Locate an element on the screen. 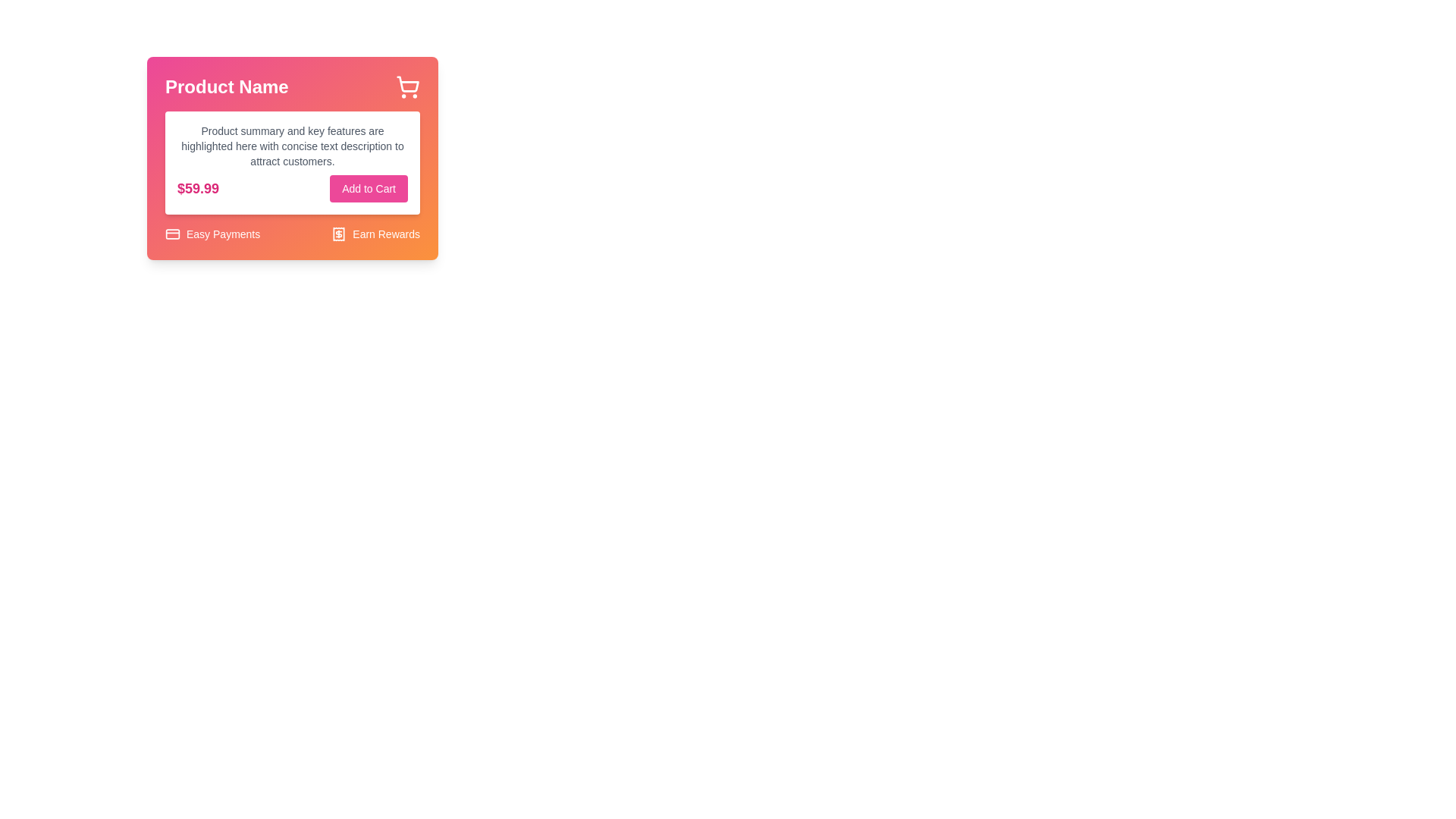 Image resolution: width=1456 pixels, height=819 pixels. the Text Label displaying 'Product Name' in a large, bold, white font against a bright pink background located at the top-left corner of a card component is located at coordinates (226, 87).